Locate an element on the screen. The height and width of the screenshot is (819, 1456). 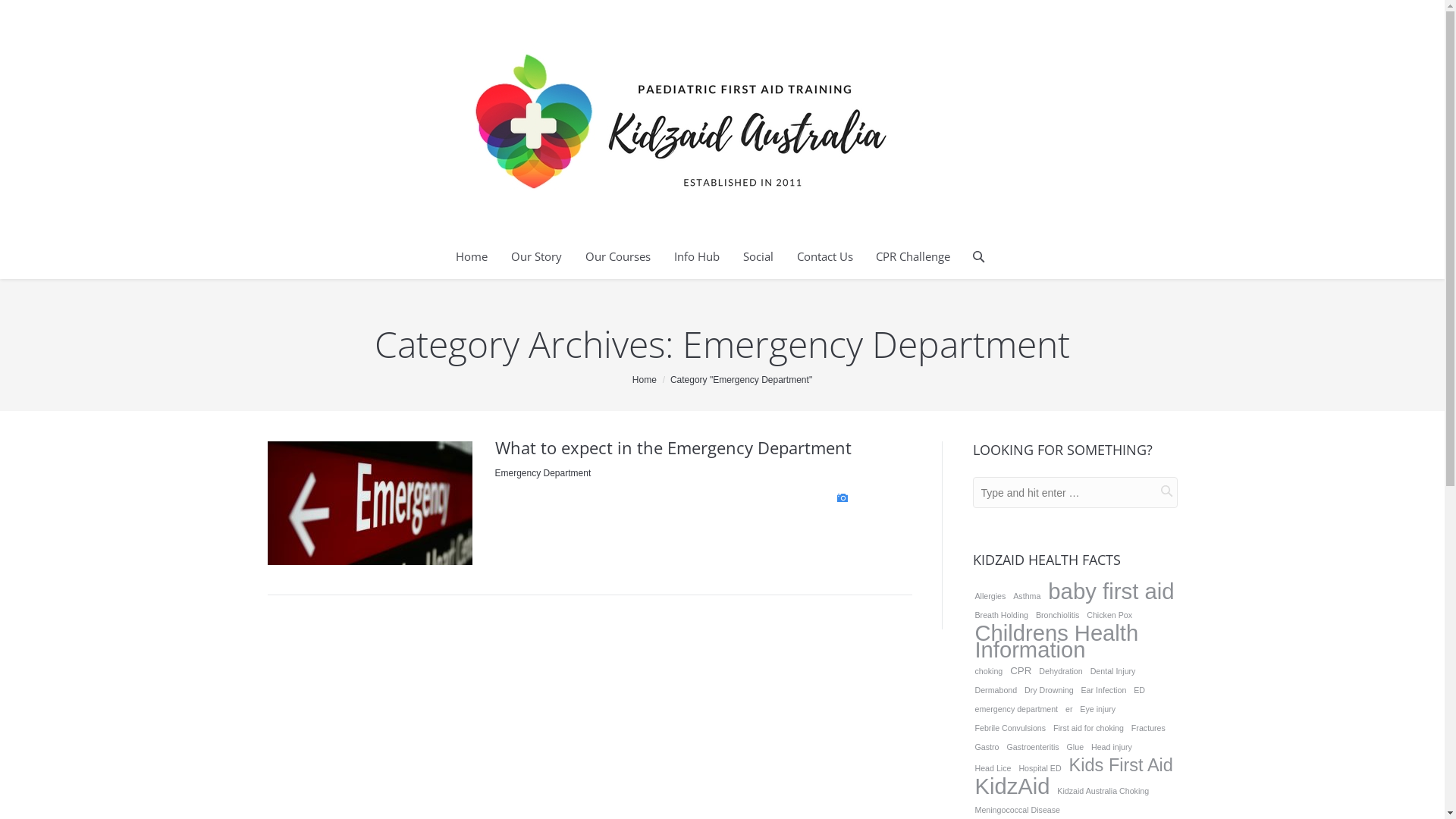
'Chicken Pox' is located at coordinates (1109, 614).